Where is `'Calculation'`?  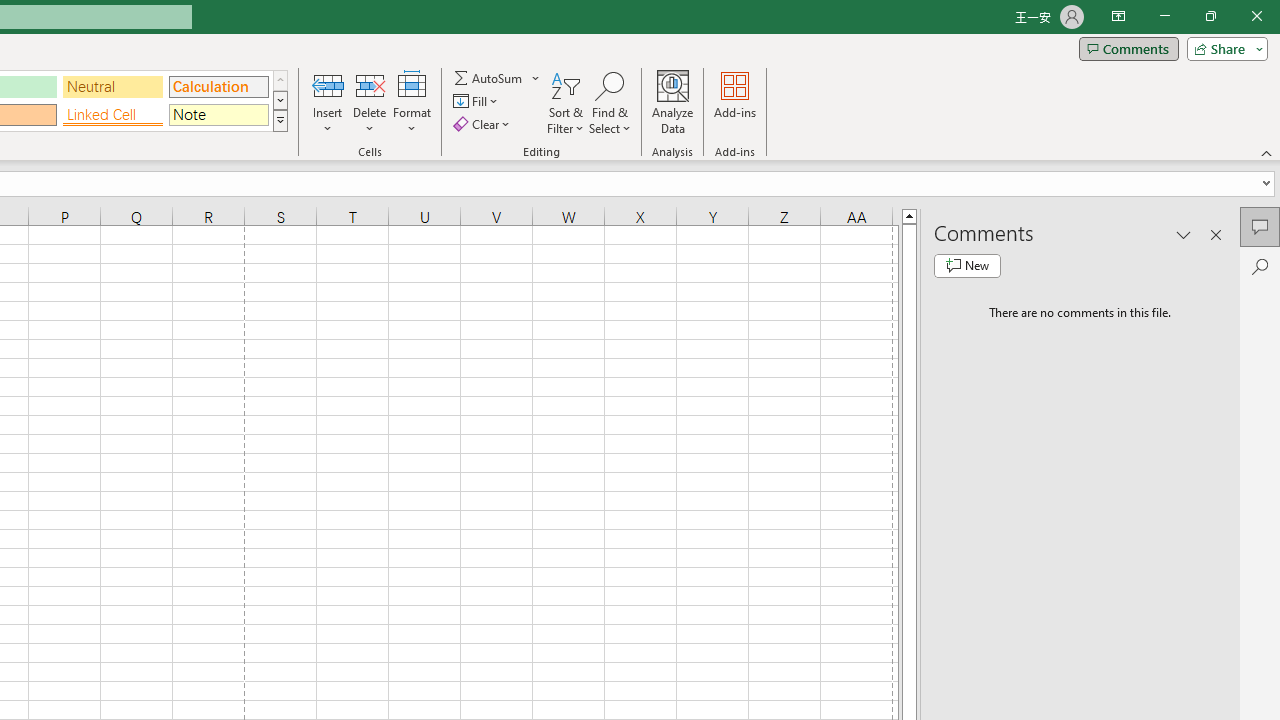 'Calculation' is located at coordinates (218, 85).